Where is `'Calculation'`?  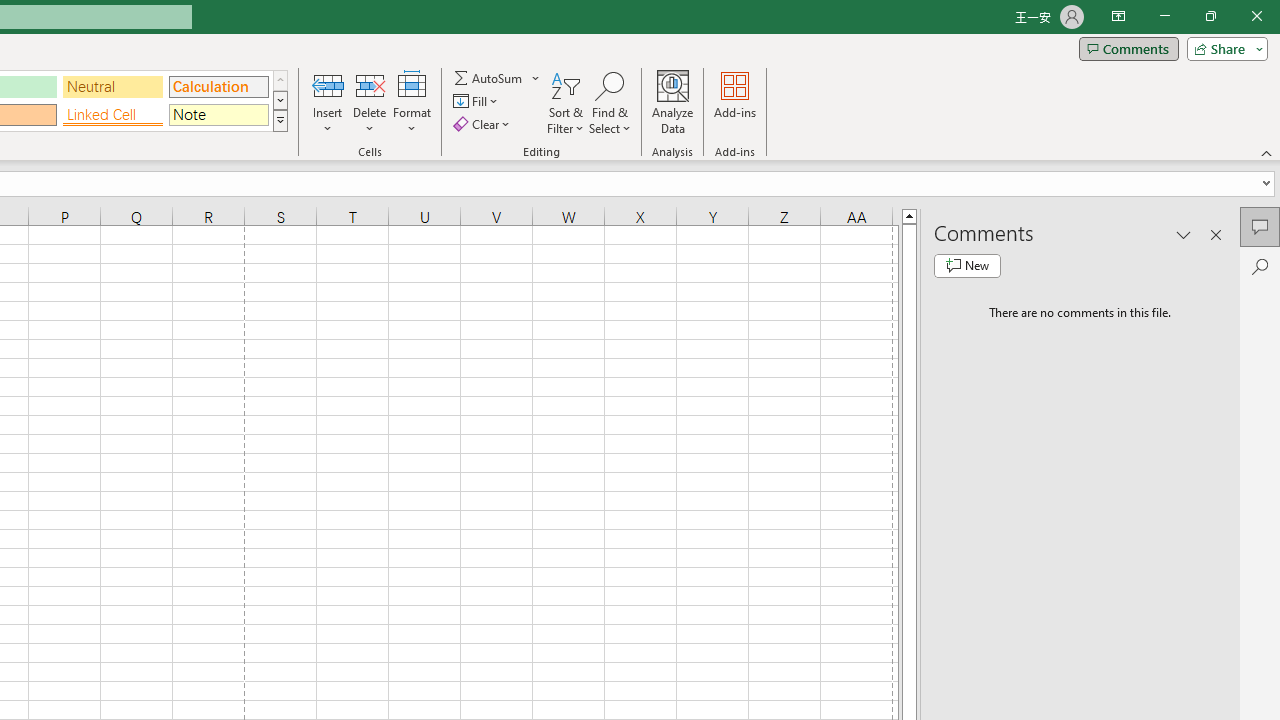 'Calculation' is located at coordinates (218, 85).